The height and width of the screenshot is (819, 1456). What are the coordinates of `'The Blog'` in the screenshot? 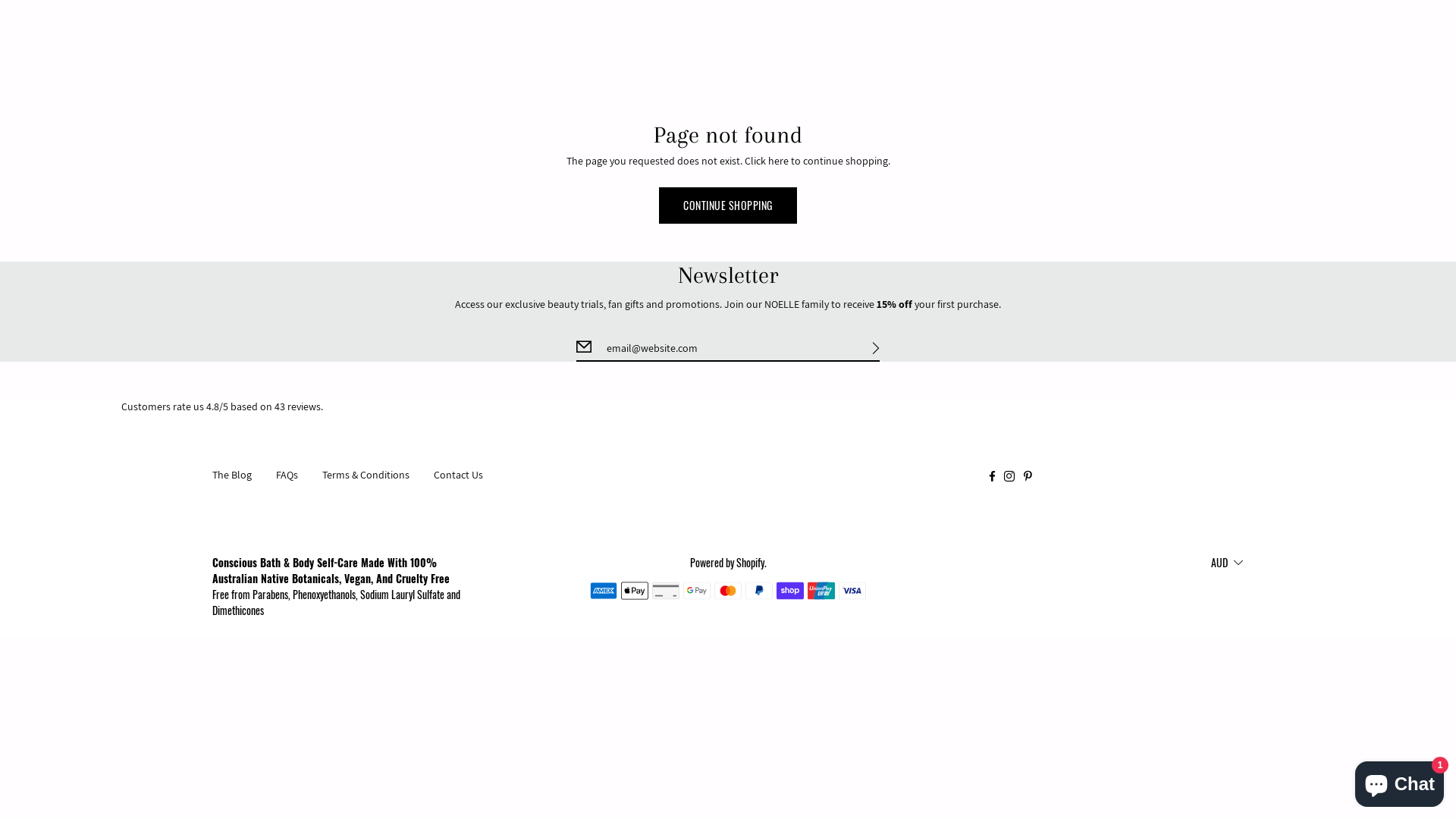 It's located at (231, 473).